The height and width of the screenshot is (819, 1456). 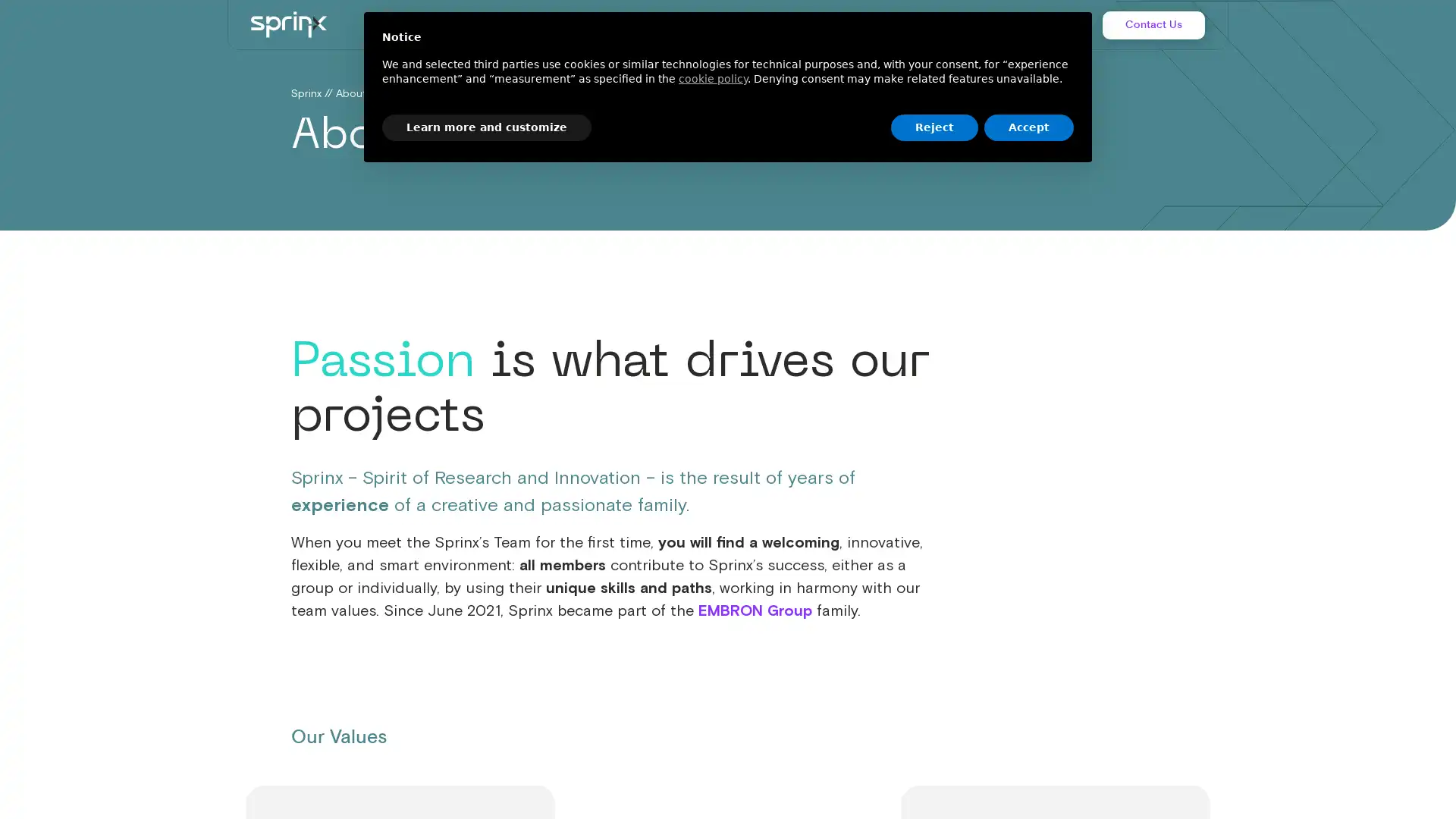 What do you see at coordinates (934, 127) in the screenshot?
I see `Reject` at bounding box center [934, 127].